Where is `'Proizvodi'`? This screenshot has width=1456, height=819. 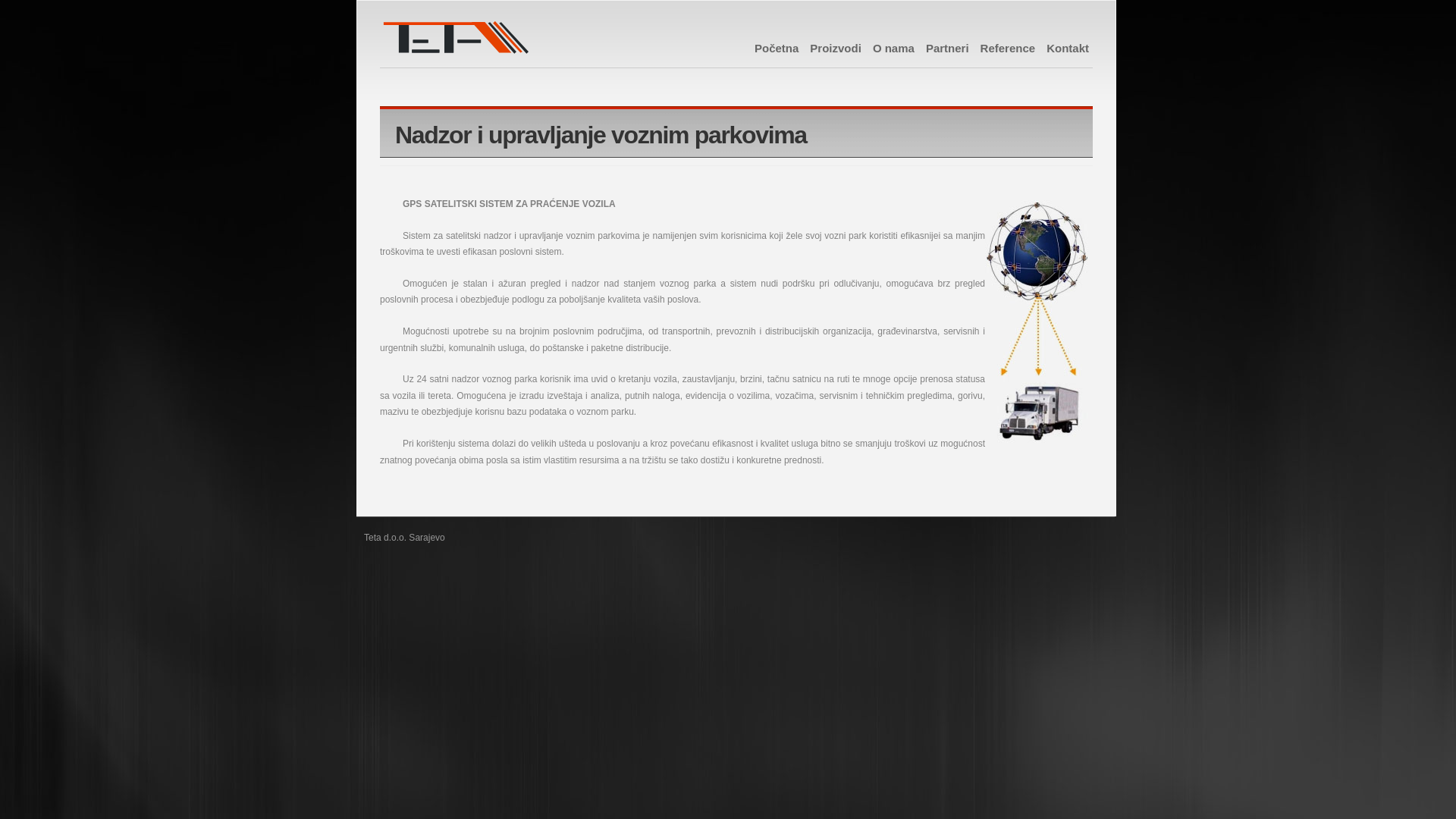 'Proizvodi' is located at coordinates (835, 47).